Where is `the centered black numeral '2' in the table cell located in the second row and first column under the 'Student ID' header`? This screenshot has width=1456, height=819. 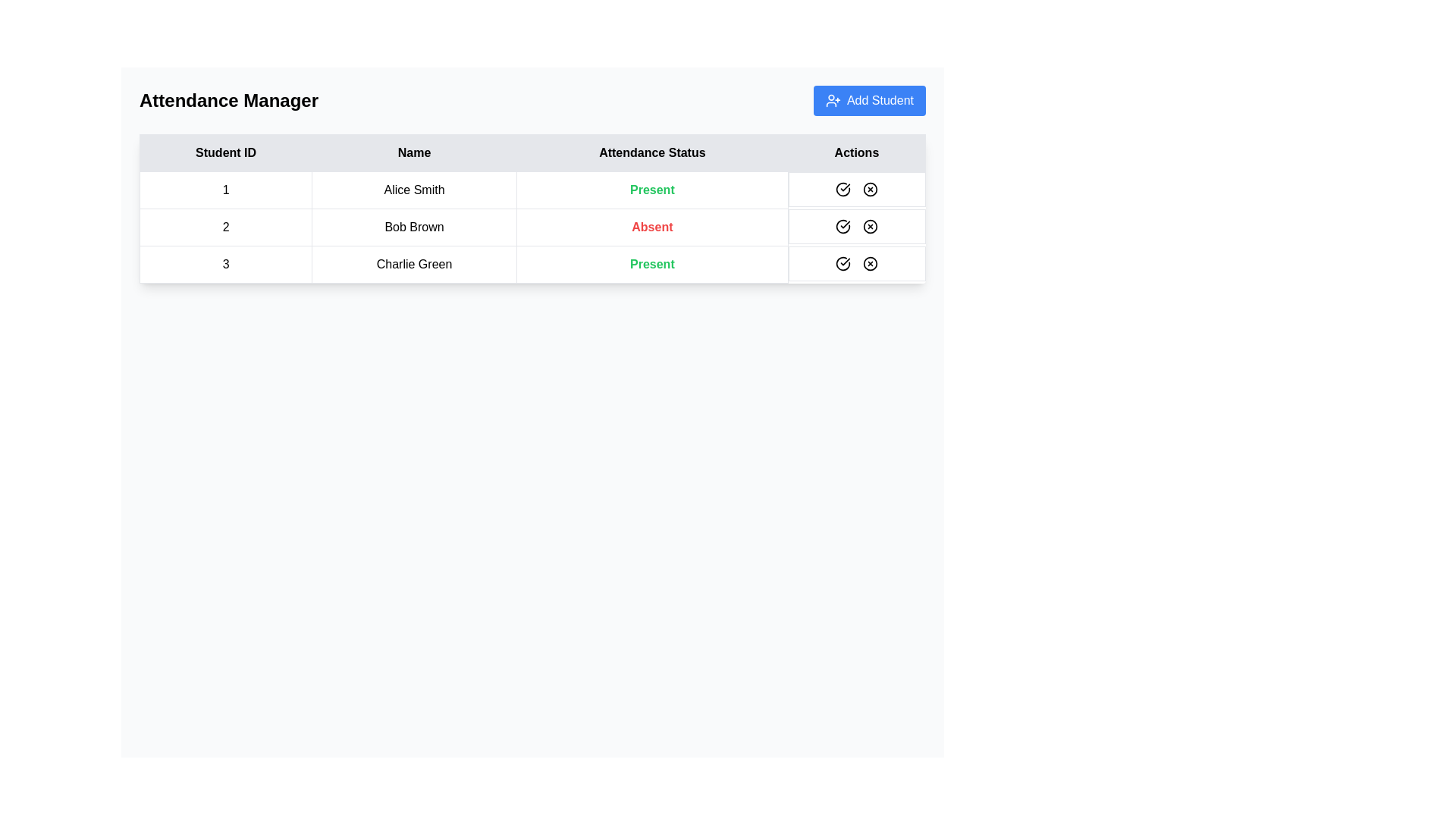
the centered black numeral '2' in the table cell located in the second row and first column under the 'Student ID' header is located at coordinates (225, 227).